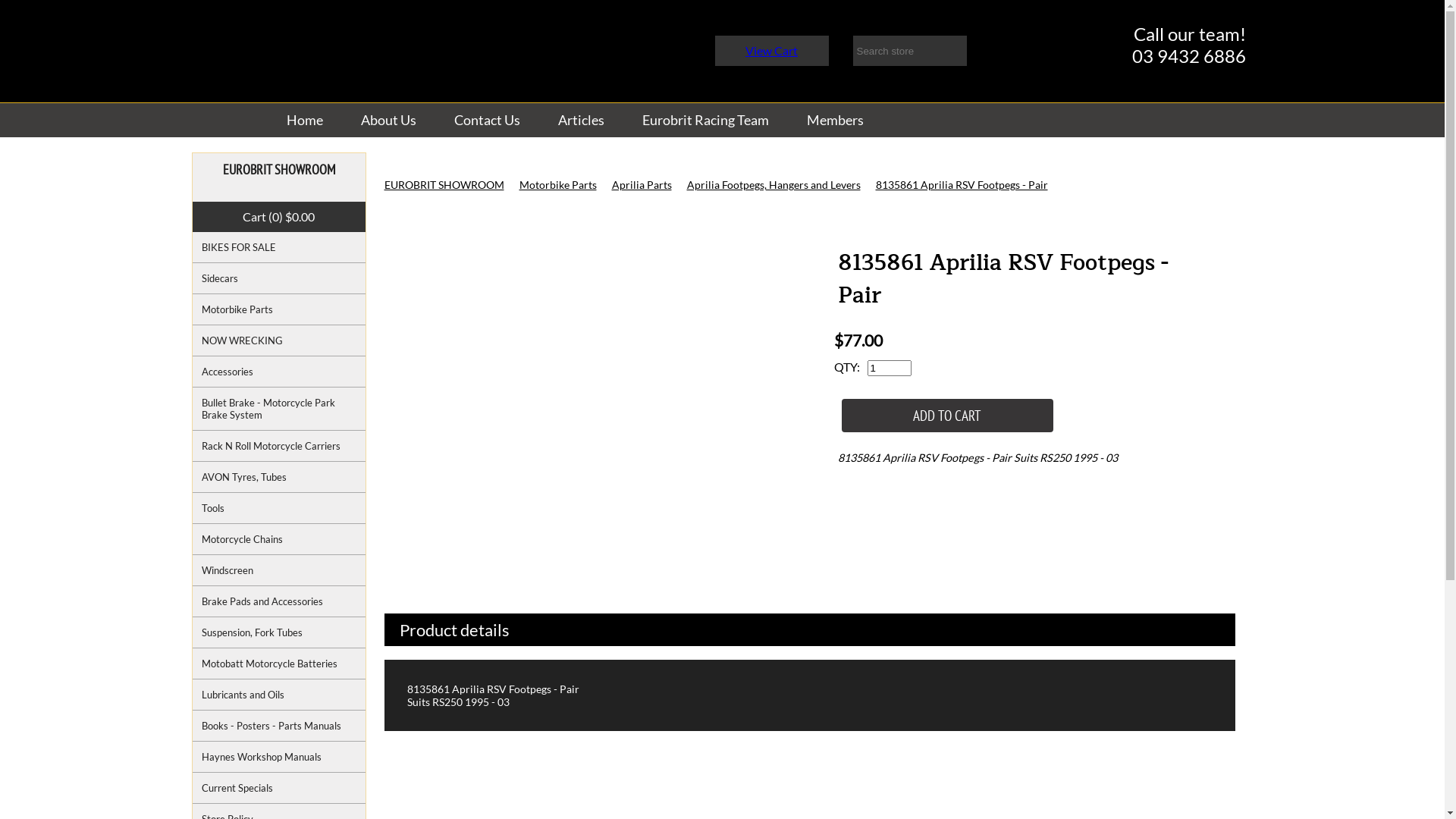 Image resolution: width=1456 pixels, height=819 pixels. What do you see at coordinates (279, 725) in the screenshot?
I see `'Books - Posters - Parts Manuals'` at bounding box center [279, 725].